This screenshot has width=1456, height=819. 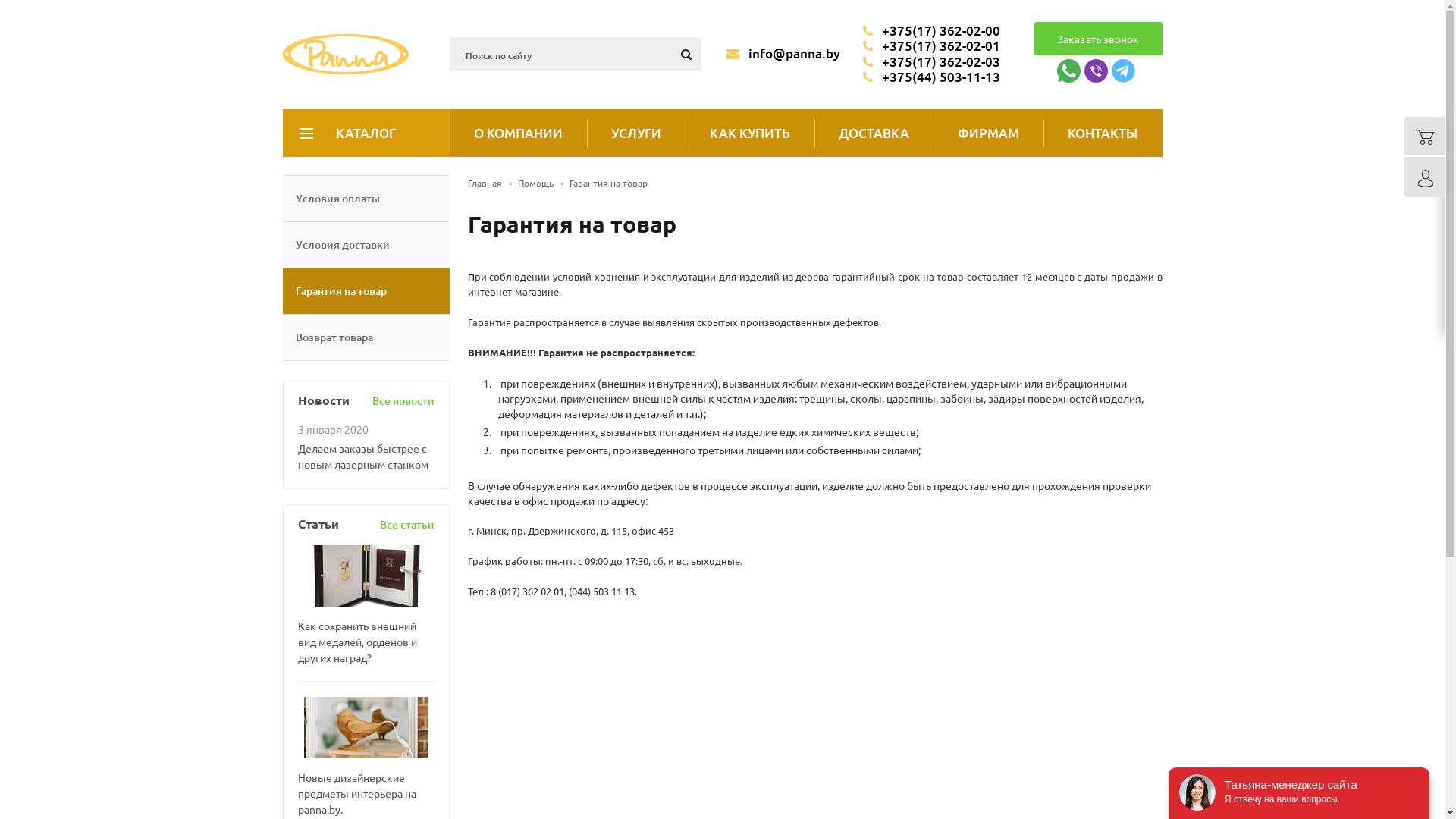 What do you see at coordinates (930, 31) in the screenshot?
I see `'+375(17) 362-02-00'` at bounding box center [930, 31].